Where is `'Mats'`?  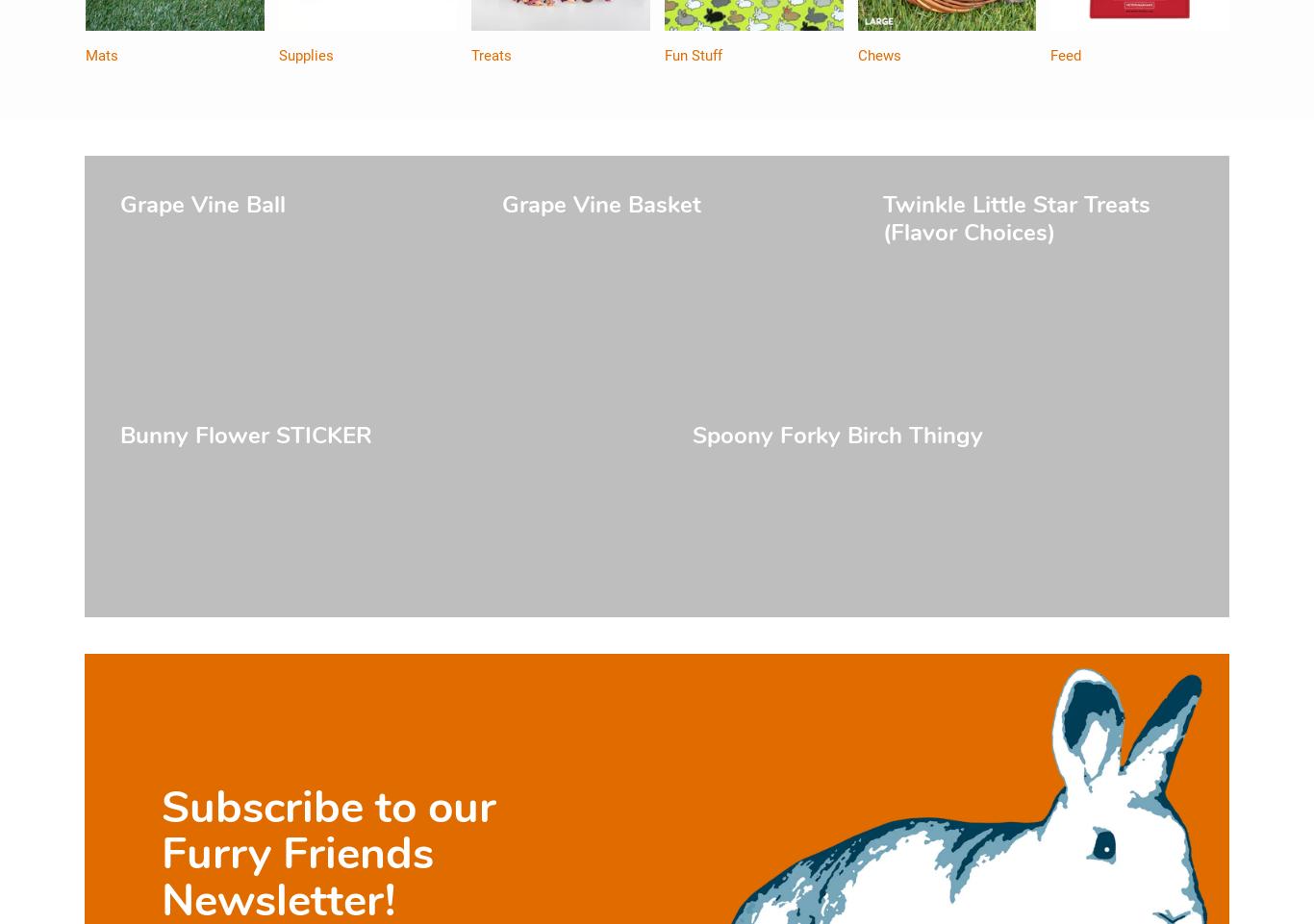 'Mats' is located at coordinates (102, 56).